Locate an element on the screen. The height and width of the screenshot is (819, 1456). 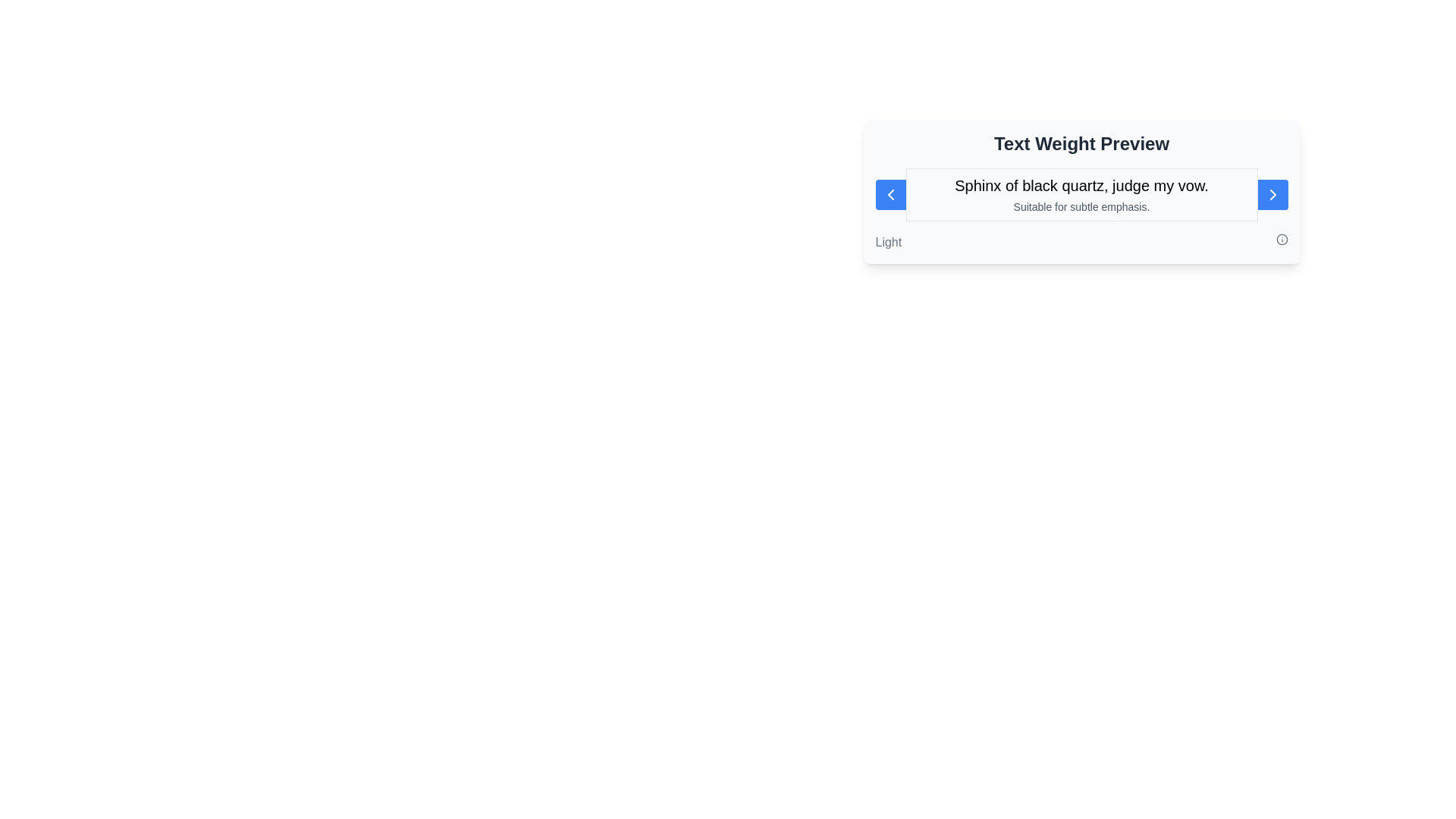
the navigation button located at the far right of the horizontally aligned group within the 'Text Weight Preview' box to progress to the next section is located at coordinates (1272, 194).